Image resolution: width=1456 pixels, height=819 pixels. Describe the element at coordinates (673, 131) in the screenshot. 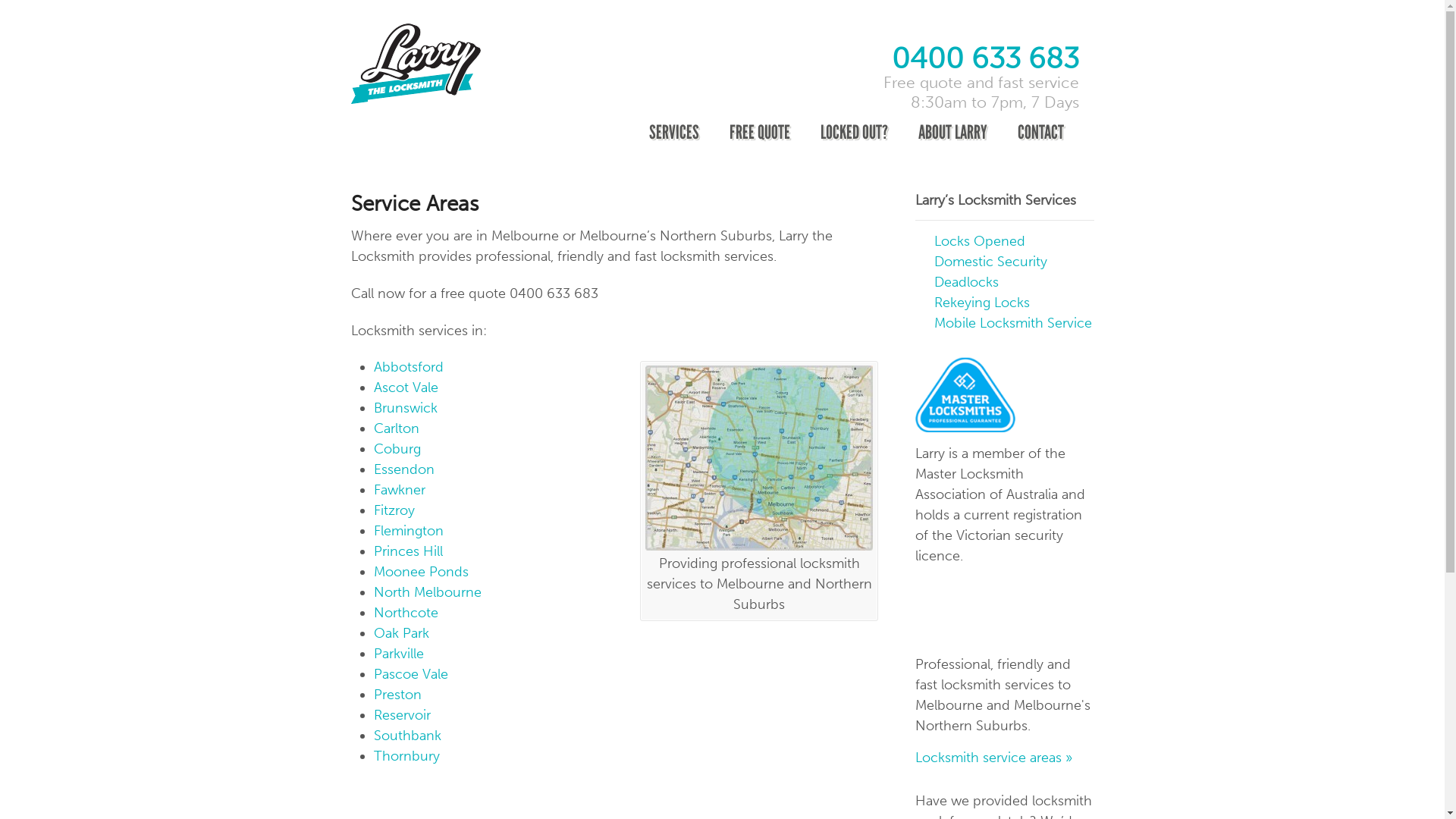

I see `'SERVICES'` at that location.